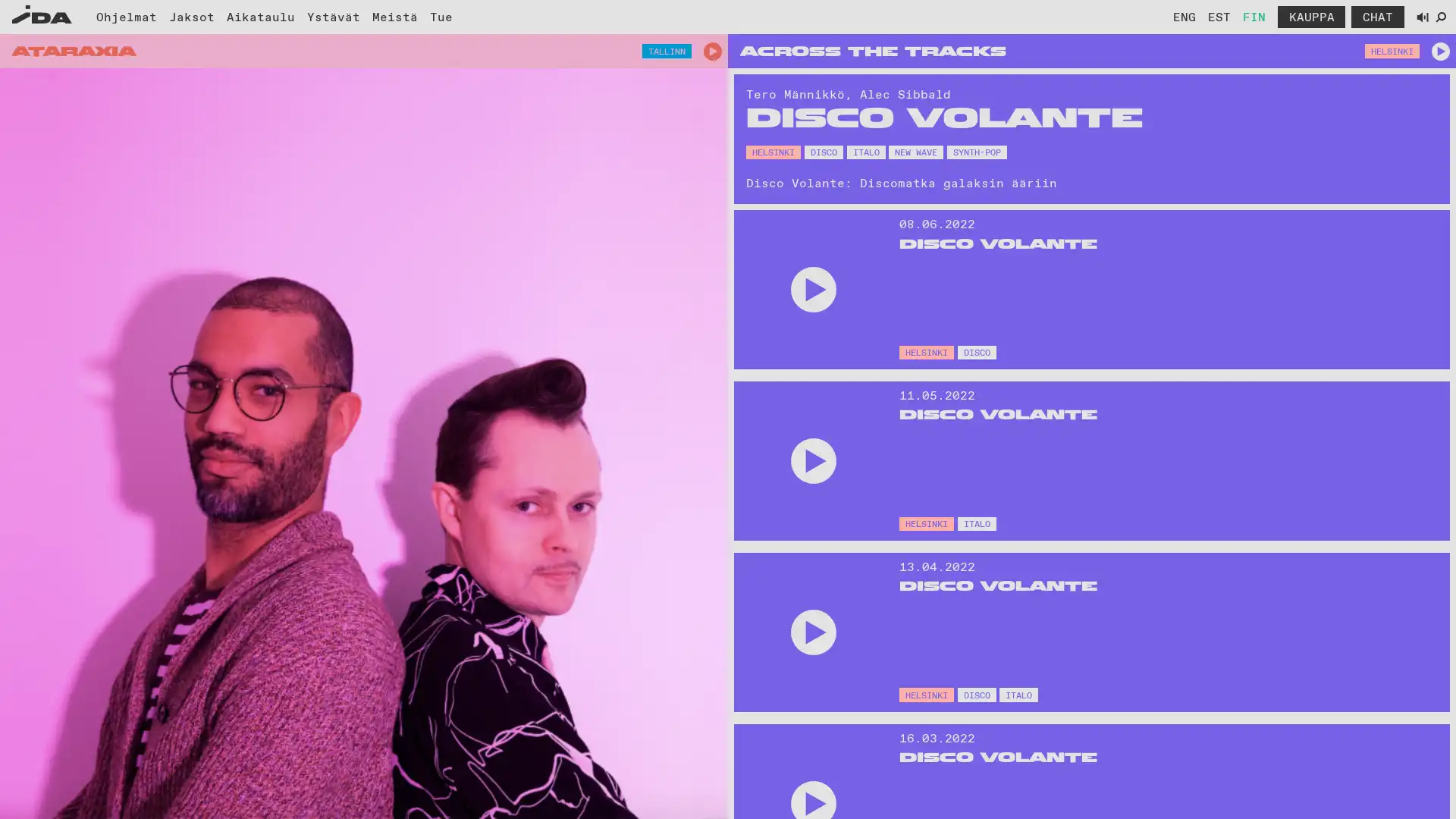  What do you see at coordinates (811, 459) in the screenshot?
I see `Play` at bounding box center [811, 459].